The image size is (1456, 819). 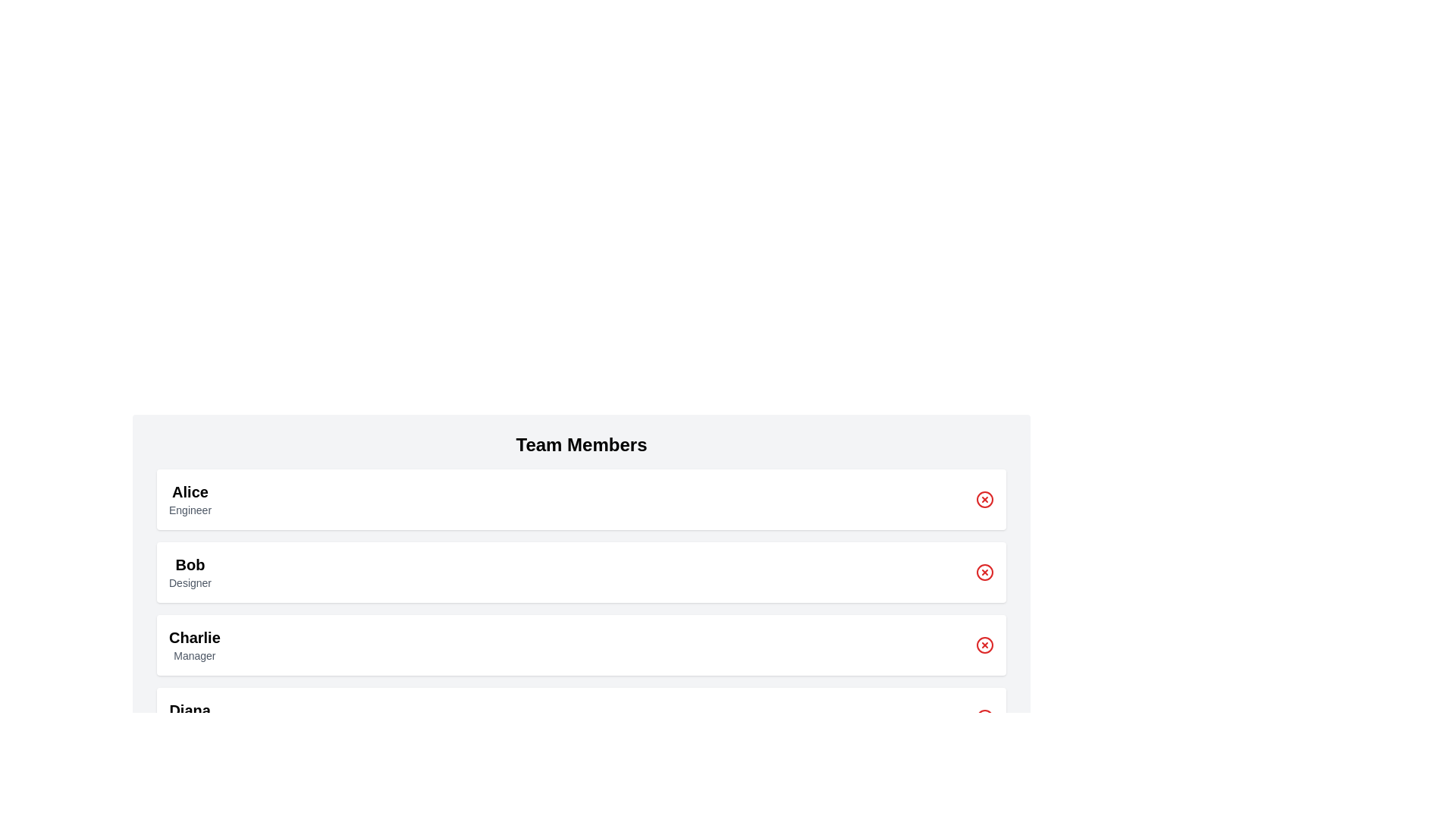 What do you see at coordinates (193, 645) in the screenshot?
I see `displayed information from the text block representing the team member 'Charlie' and role 'Manager', which is the third card in the 'Team Members' section` at bounding box center [193, 645].